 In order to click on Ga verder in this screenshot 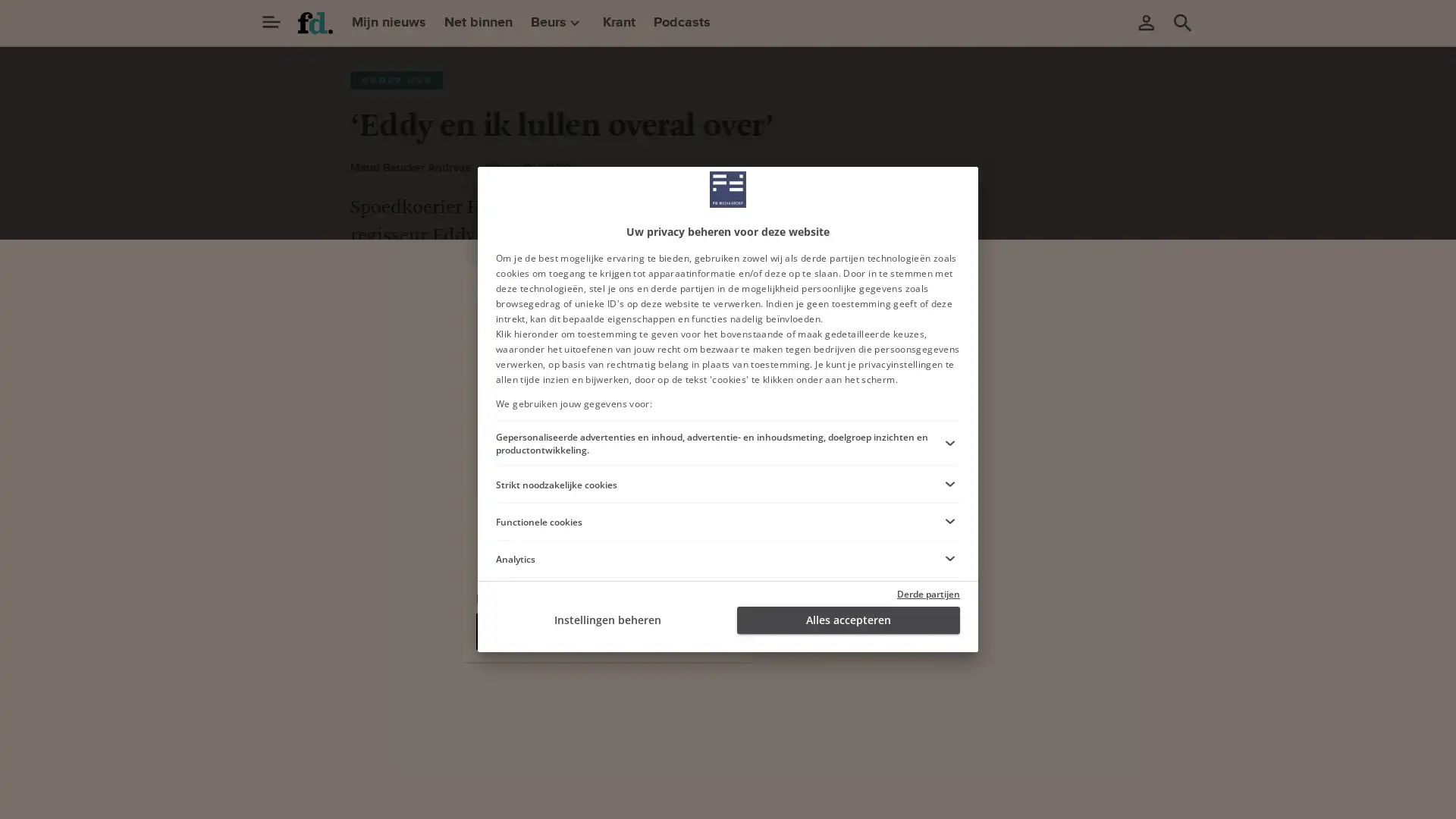, I will do `click(607, 459)`.